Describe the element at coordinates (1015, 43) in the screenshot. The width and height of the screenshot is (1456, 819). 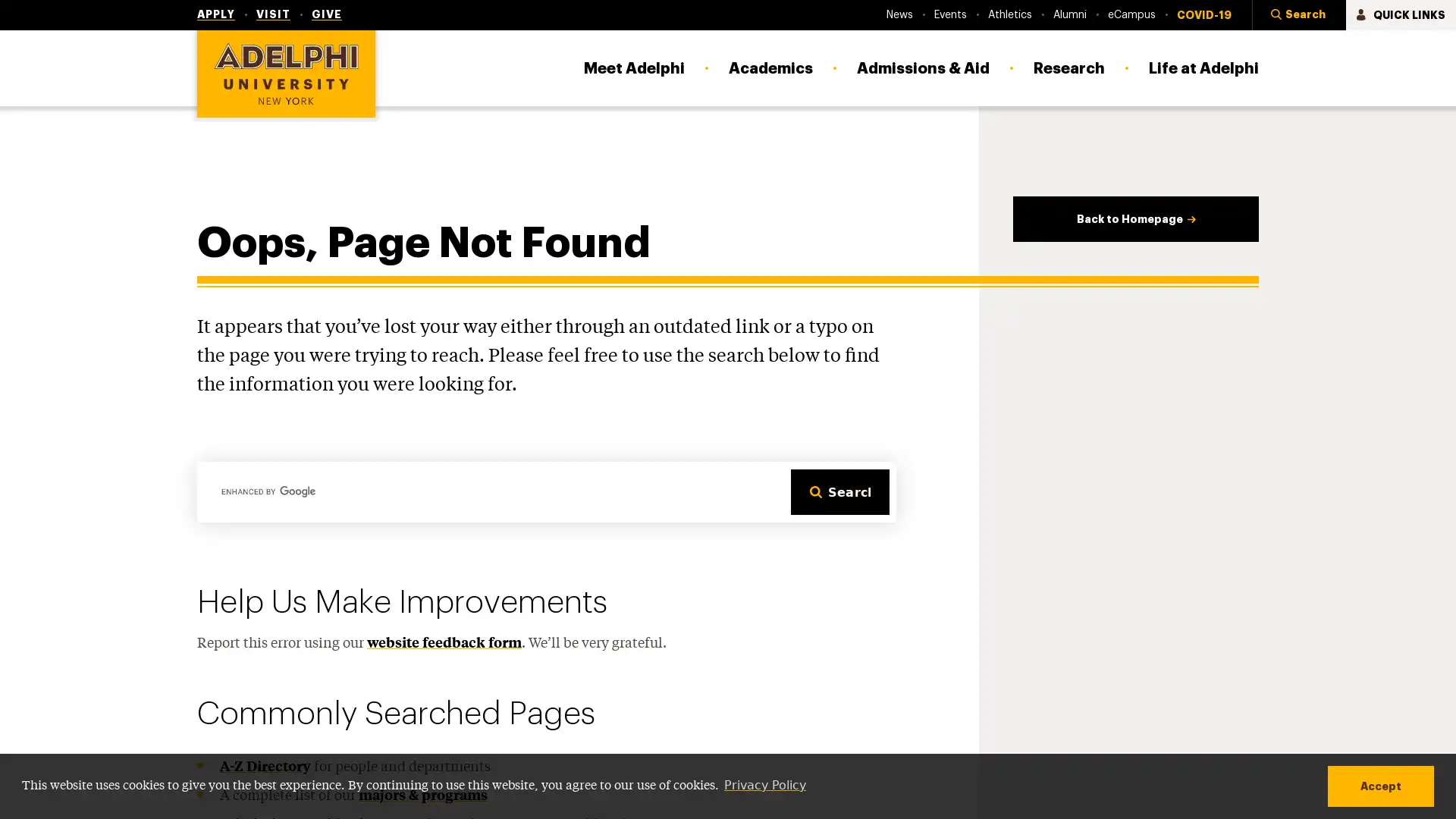
I see `COVID-19 Information` at that location.